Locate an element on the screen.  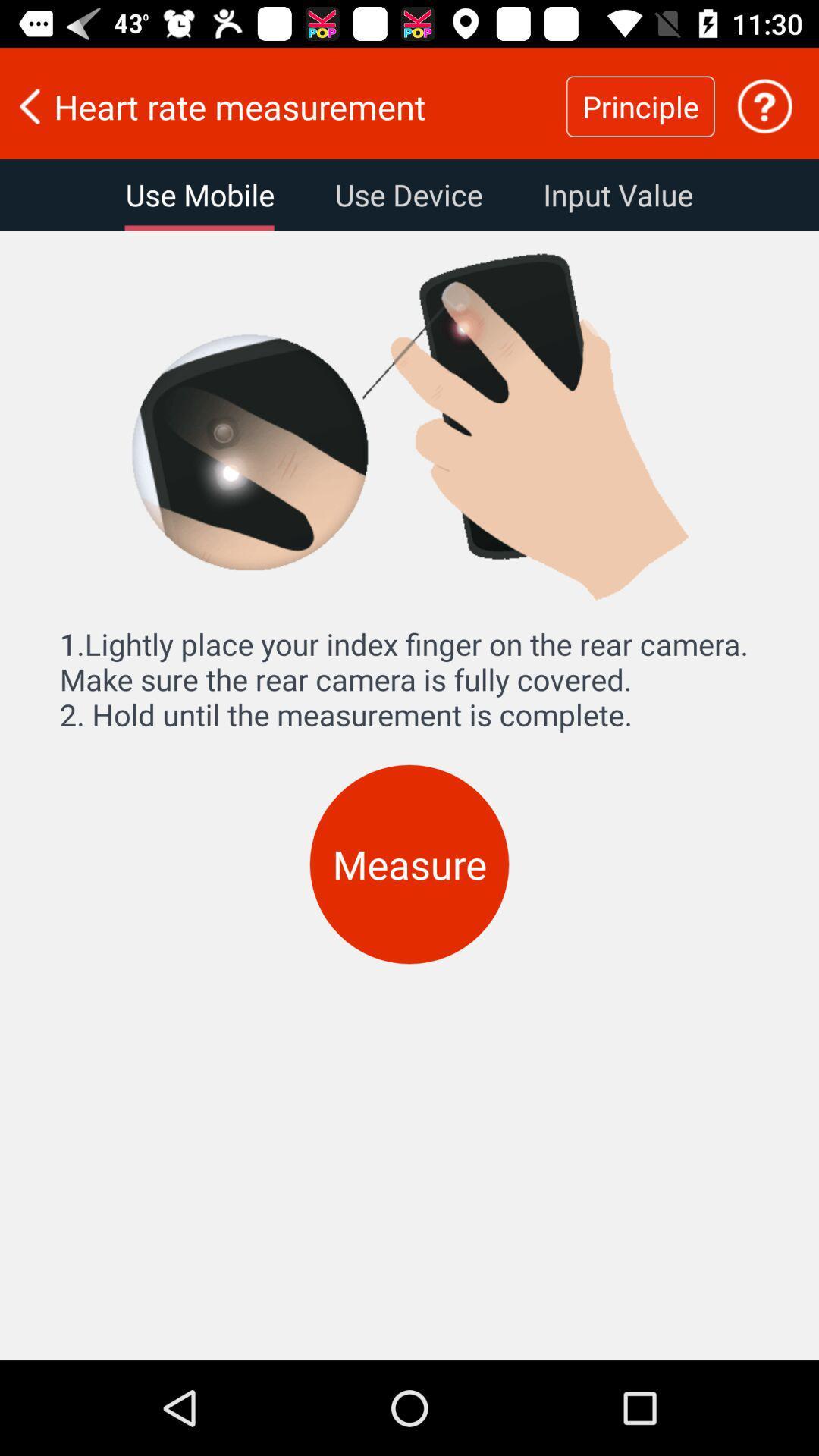
icon to the right of the heart rate measurement icon is located at coordinates (640, 105).